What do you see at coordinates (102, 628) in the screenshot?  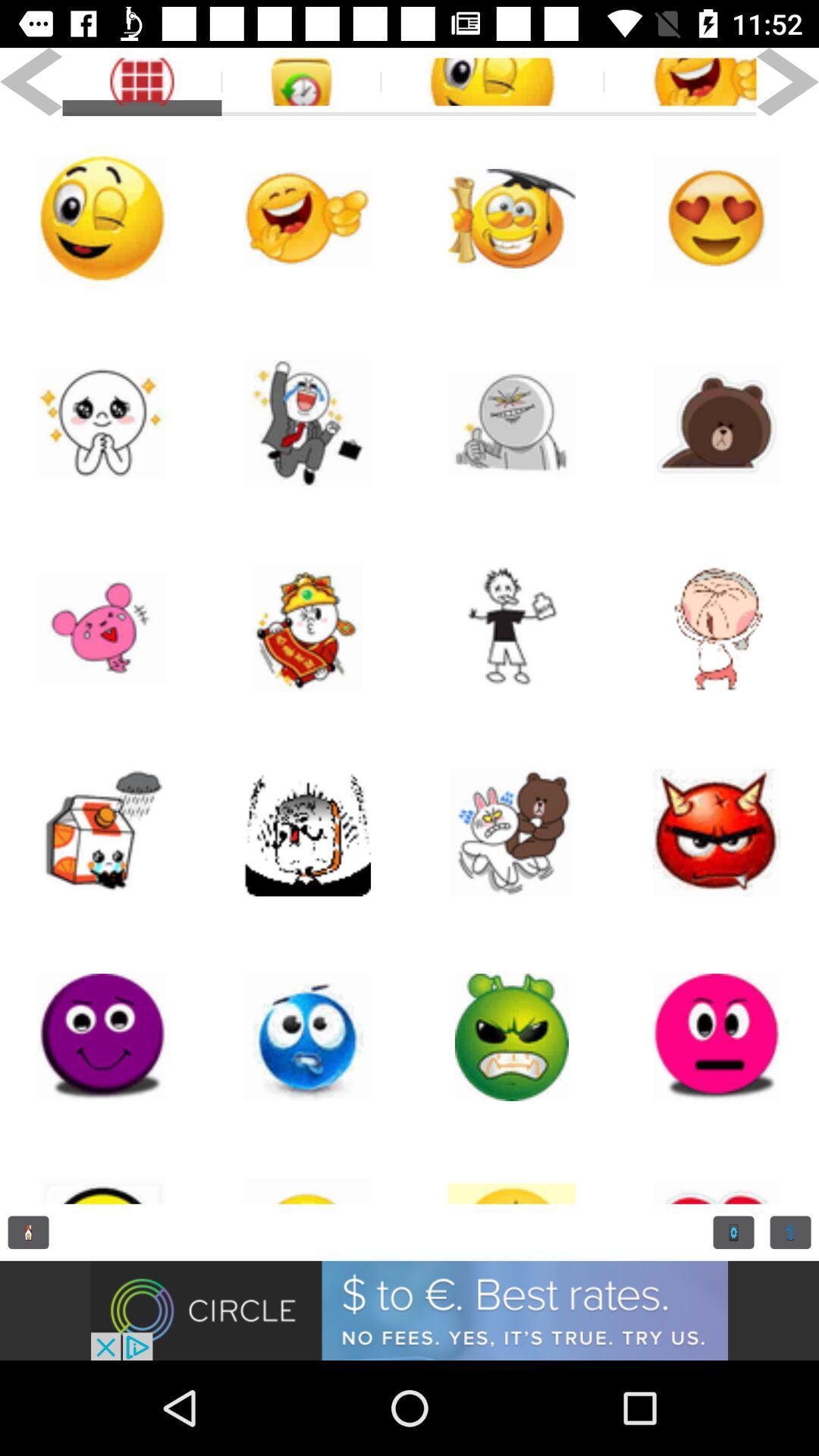 I see `this icon` at bounding box center [102, 628].